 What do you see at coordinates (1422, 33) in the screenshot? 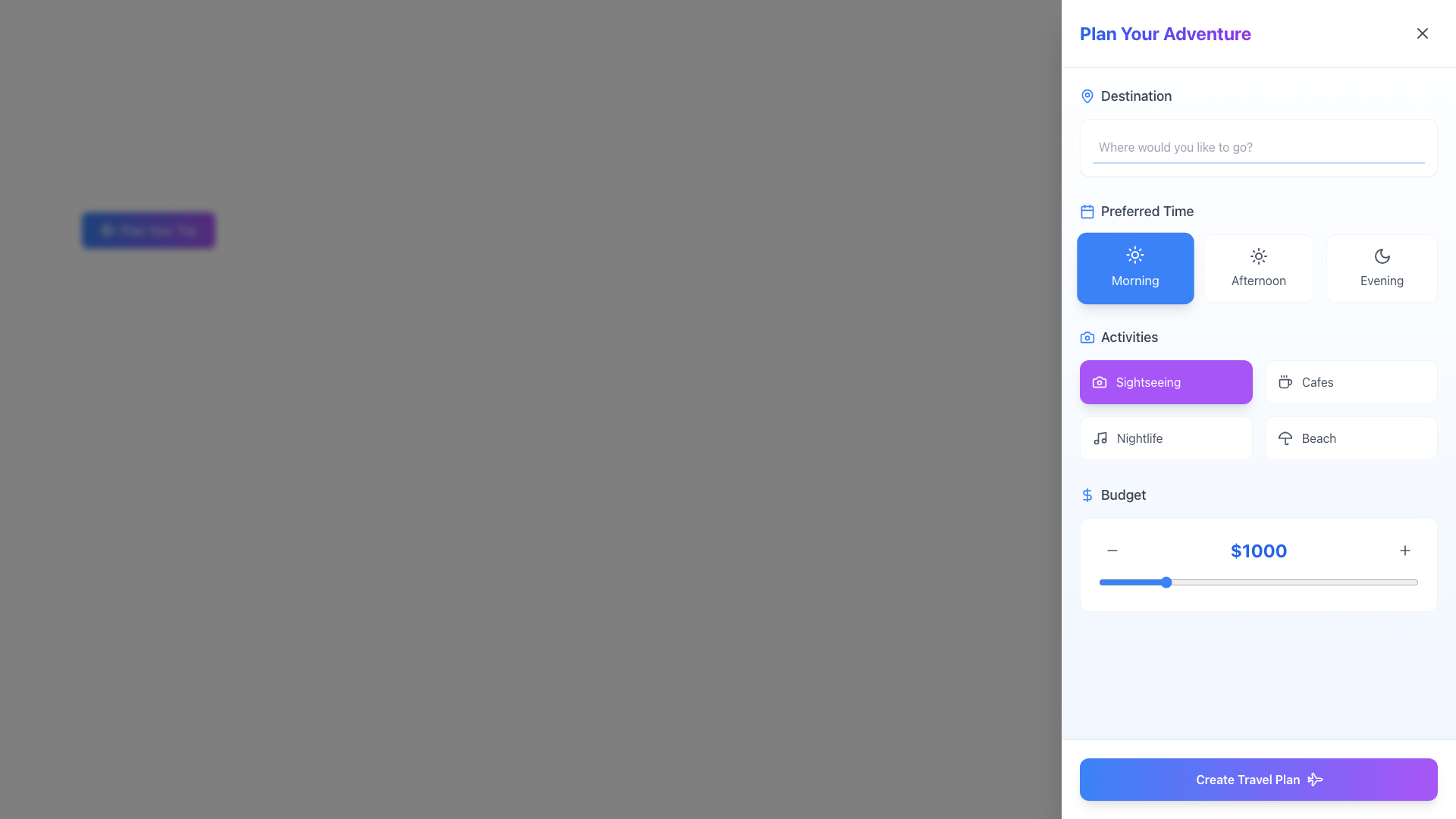
I see `the close icon located in the top-right corner of the interface, which is used` at bounding box center [1422, 33].